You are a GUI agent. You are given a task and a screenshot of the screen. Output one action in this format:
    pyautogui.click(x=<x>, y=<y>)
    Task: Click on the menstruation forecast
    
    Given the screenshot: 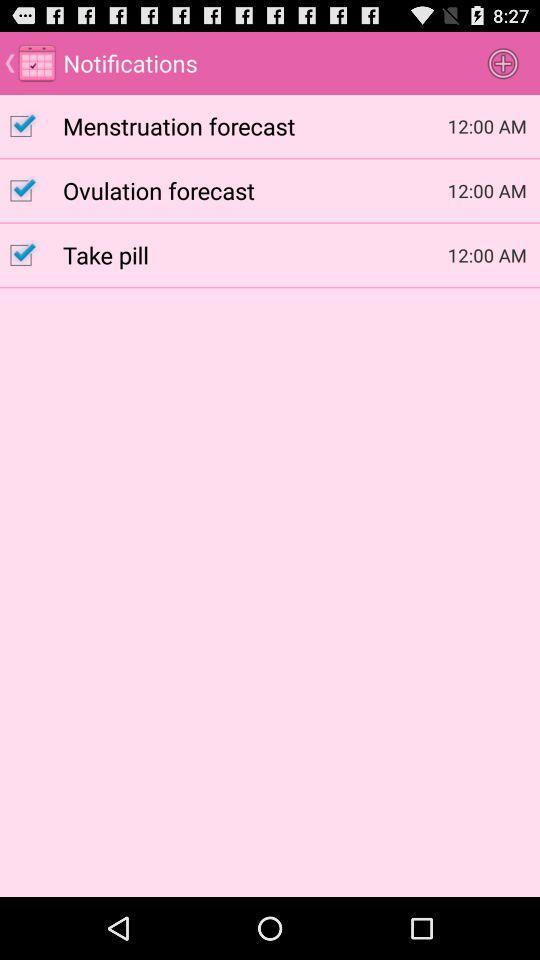 What is the action you would take?
    pyautogui.click(x=30, y=125)
    